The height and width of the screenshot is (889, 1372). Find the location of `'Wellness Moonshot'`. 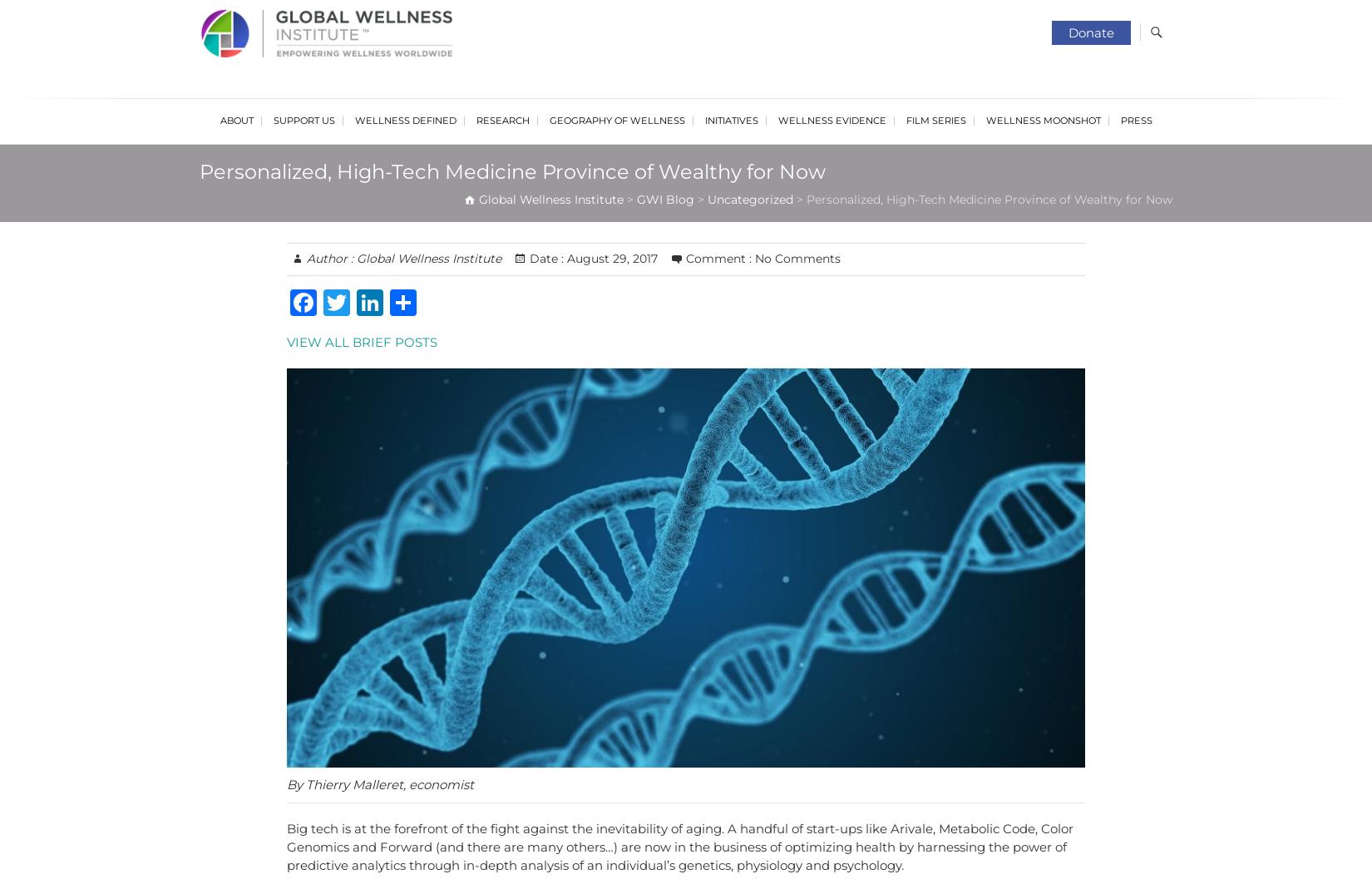

'Wellness Moonshot' is located at coordinates (1042, 120).